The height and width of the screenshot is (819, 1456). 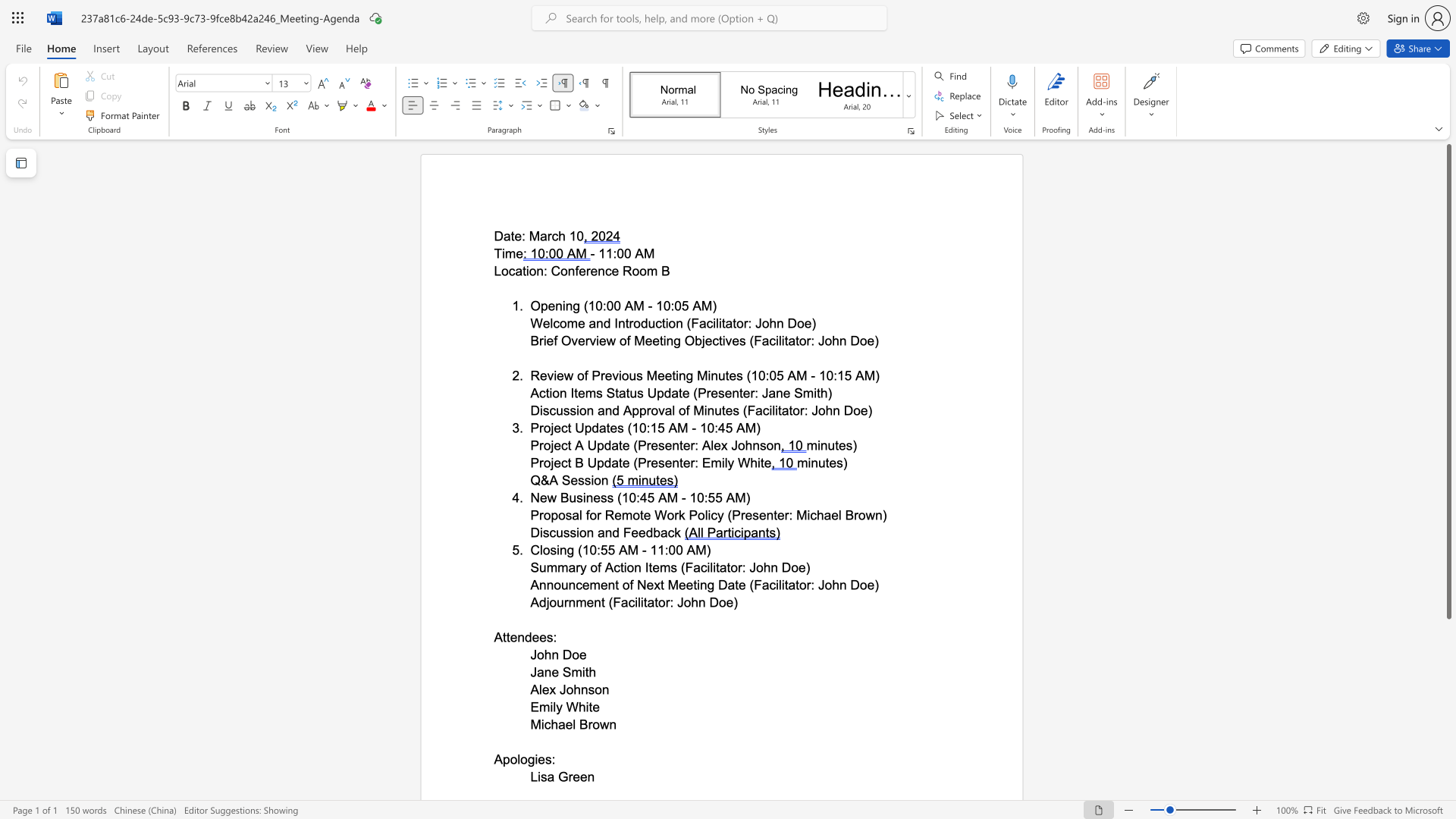 I want to click on the 1th character "f" in the text, so click(x=598, y=567).